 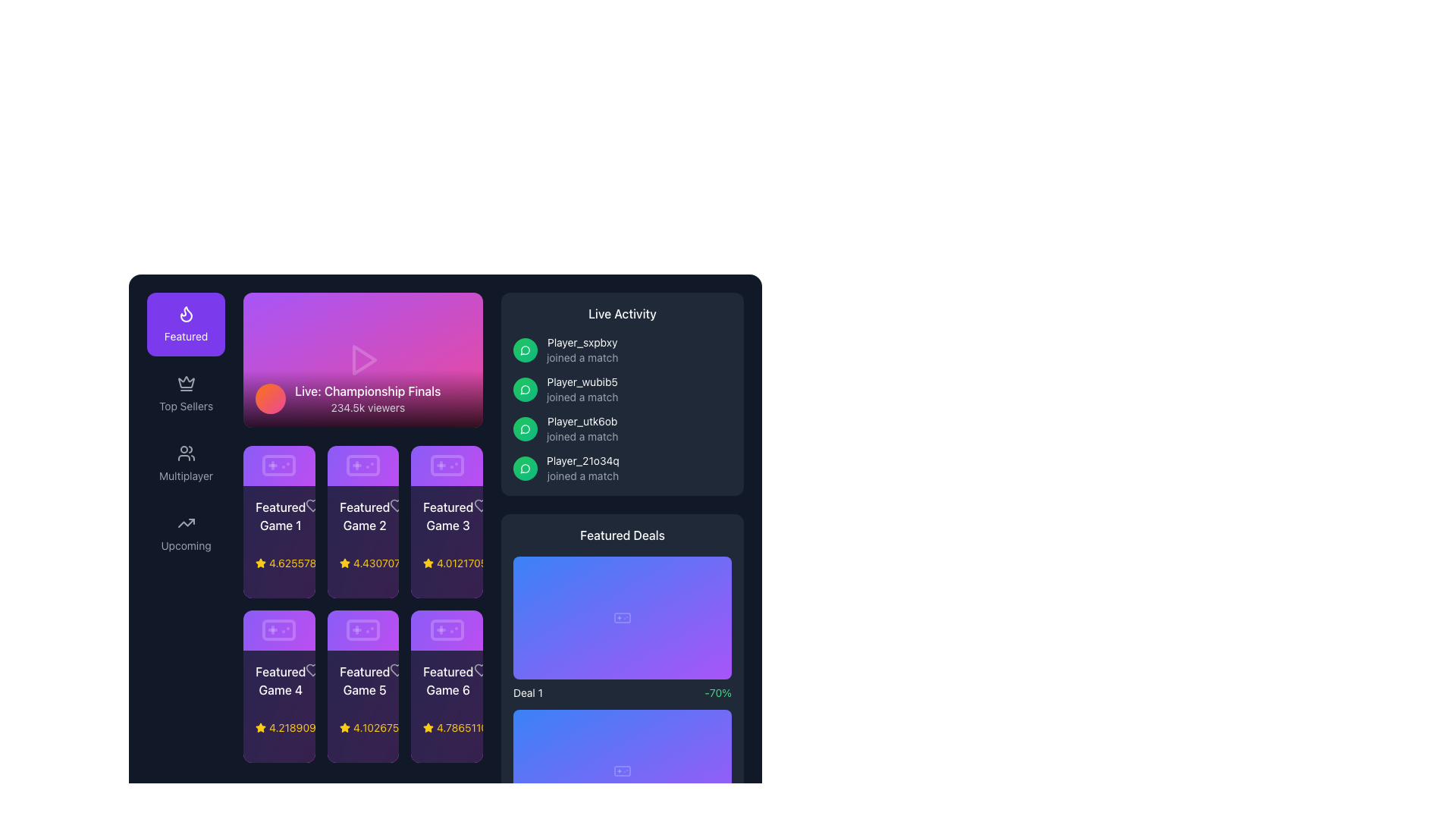 I want to click on the static text element that displays 'joined a match', located below the username 'Player_21o34q' in the 'Live Activity' section, so click(x=582, y=475).